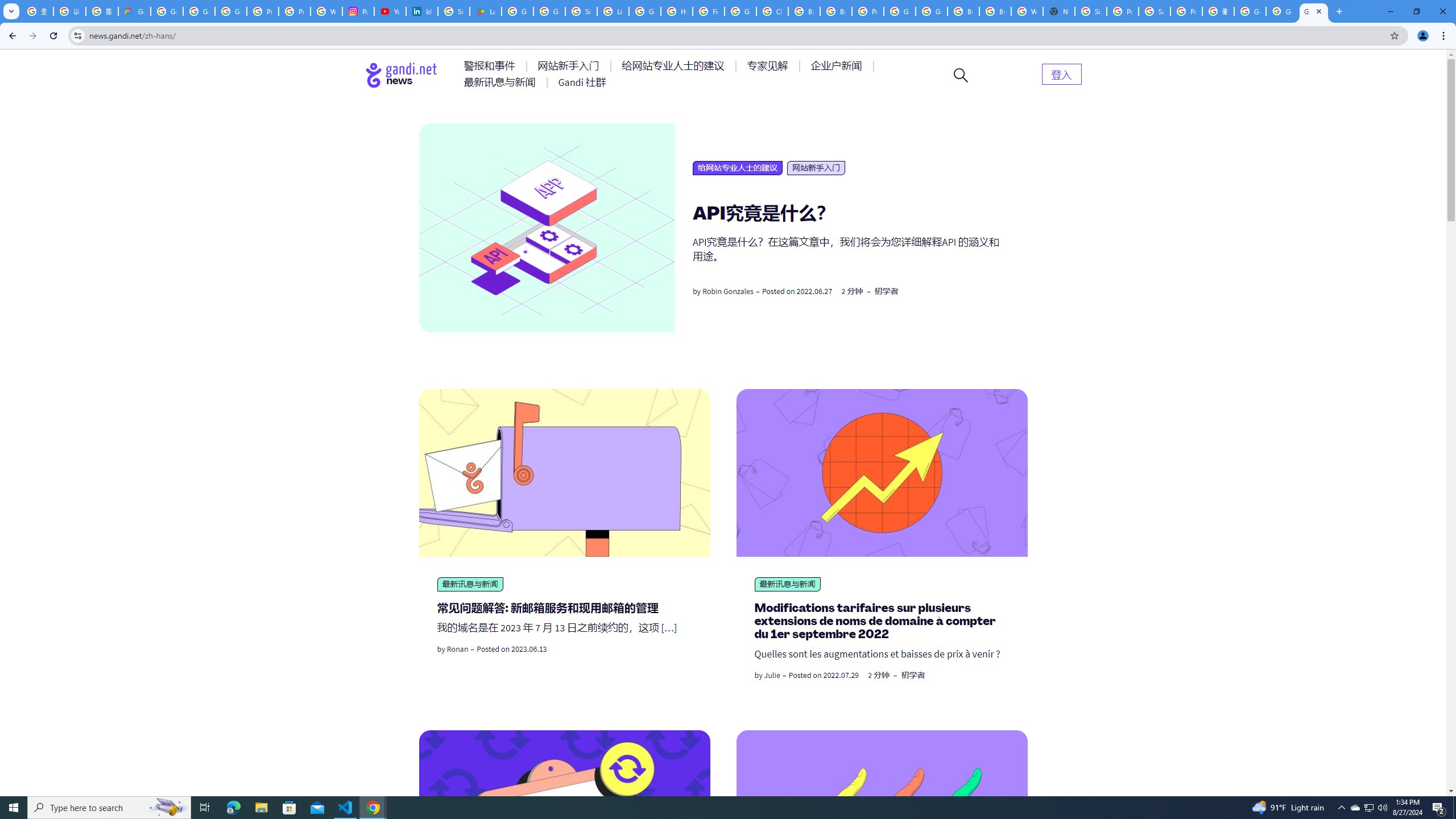 The image size is (1456, 819). Describe the element at coordinates (262, 11) in the screenshot. I see `'Privacy Help Center - Policies Help'` at that location.